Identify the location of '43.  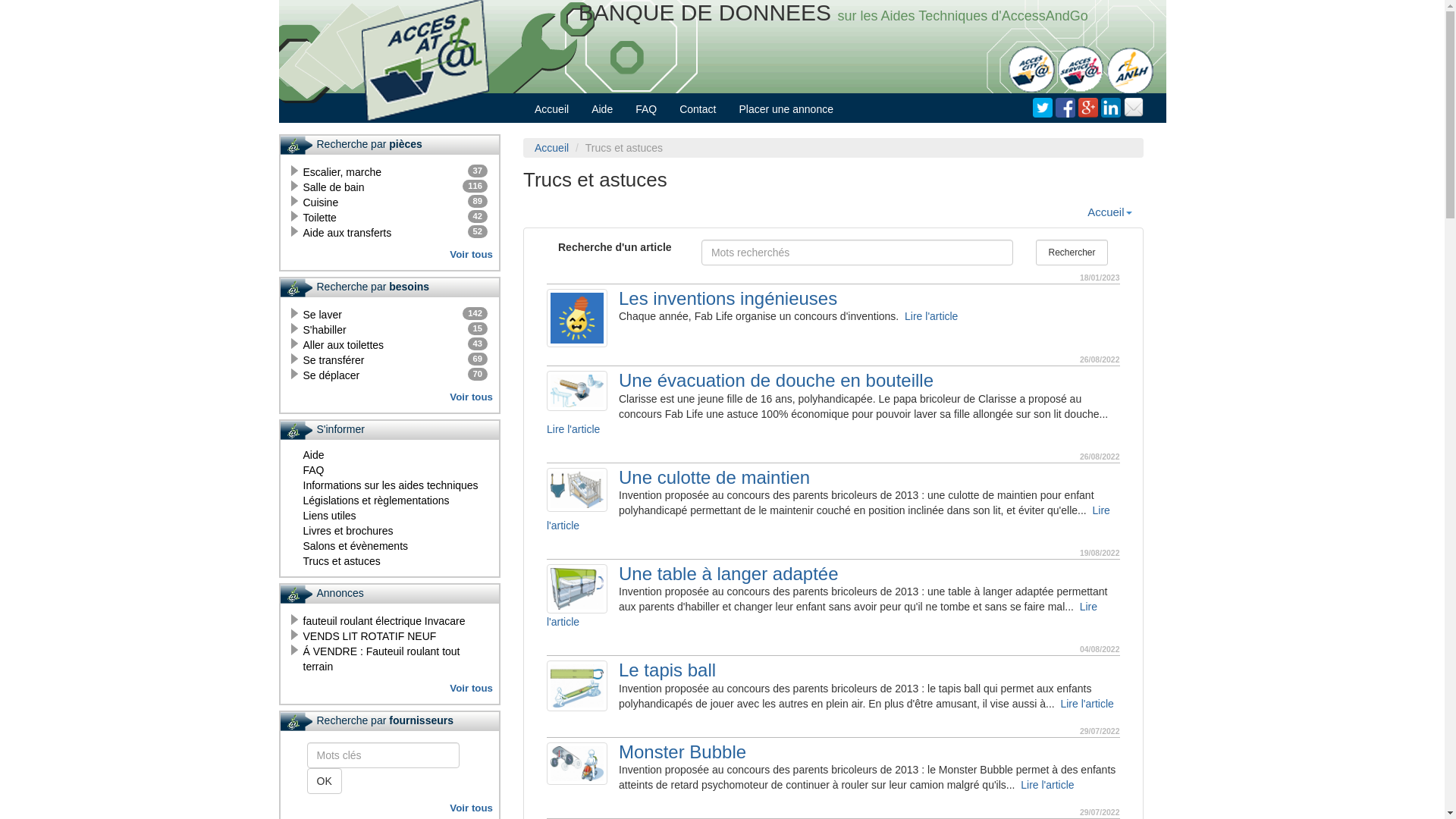
(343, 345).